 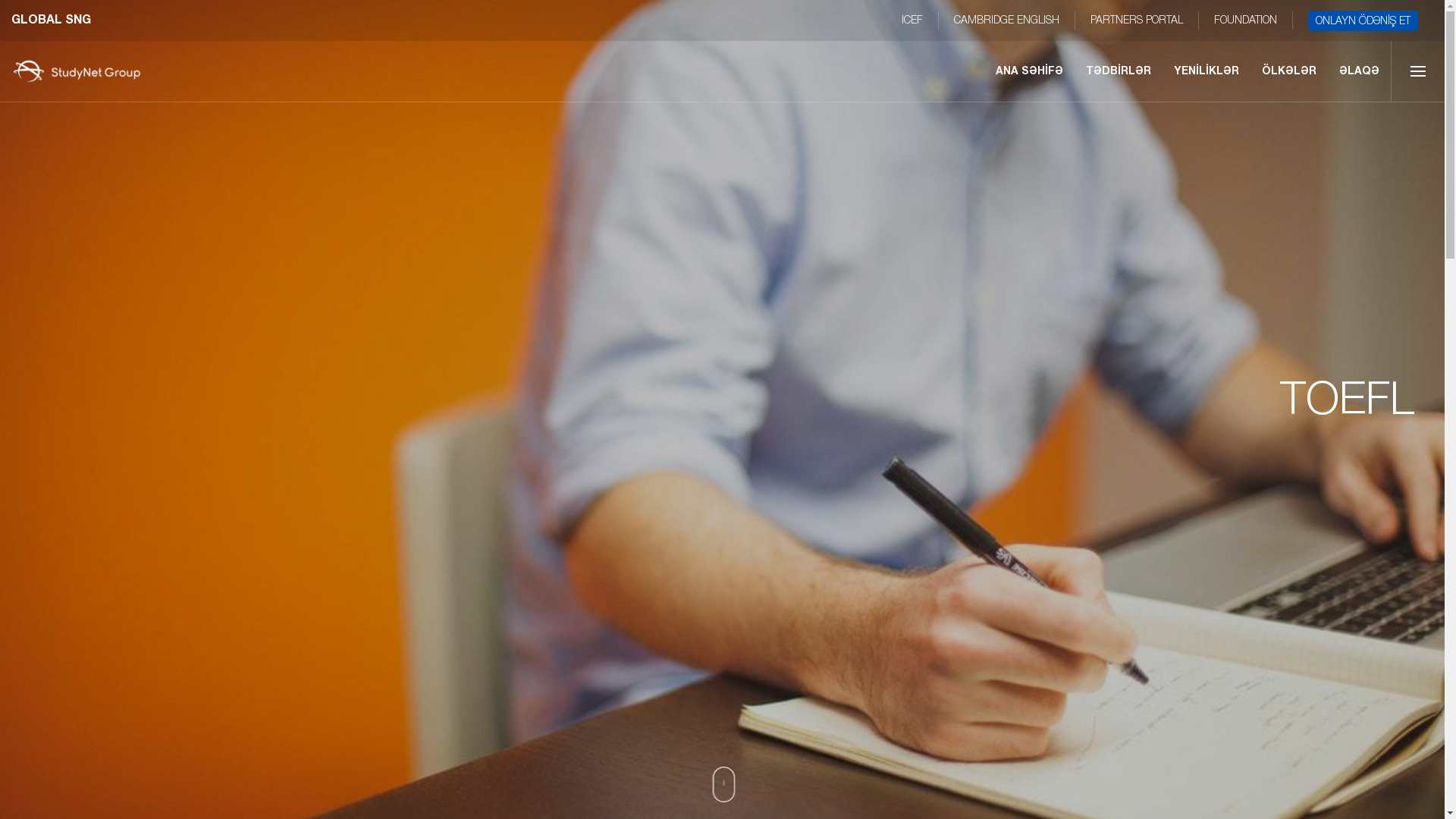 What do you see at coordinates (1136, 20) in the screenshot?
I see `'PARTNERS PORTAL'` at bounding box center [1136, 20].